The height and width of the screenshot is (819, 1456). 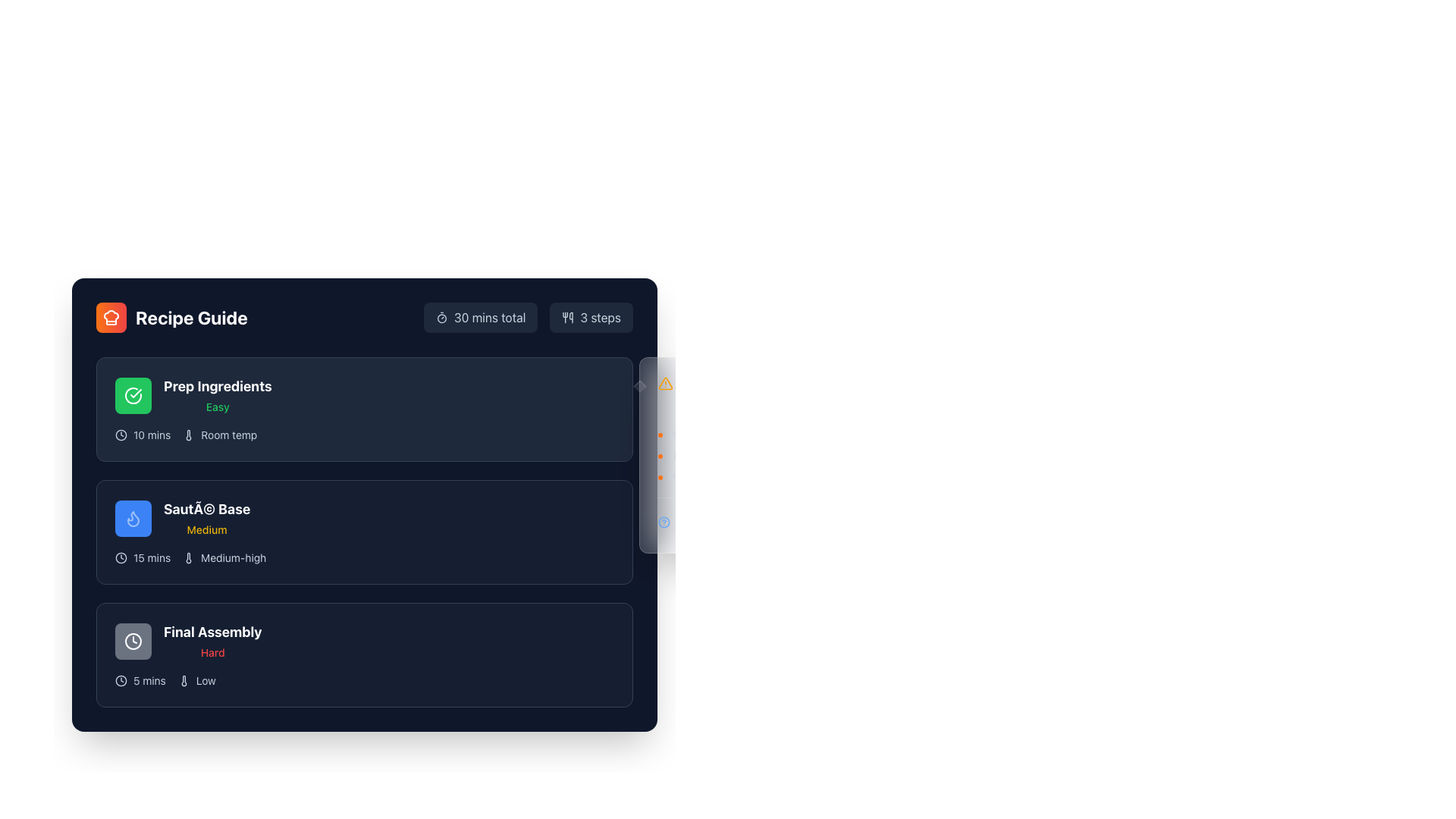 What do you see at coordinates (212, 641) in the screenshot?
I see `the Static Text element displaying 'Final Assembly' in a large, bold white font, located in the third section of the list, above the smaller red text 'Hard'` at bounding box center [212, 641].